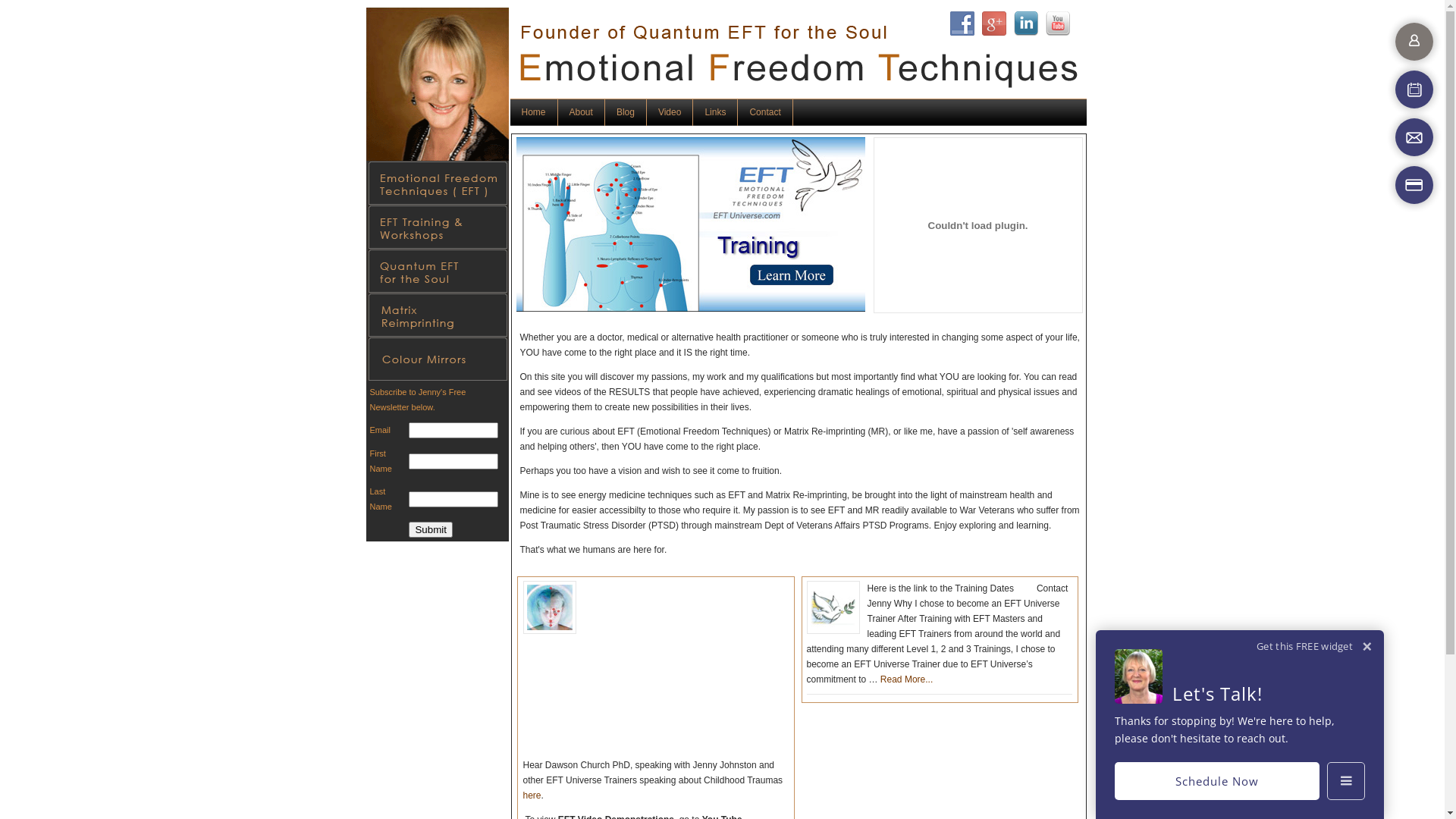 This screenshot has height=819, width=1456. I want to click on 'here', so click(532, 795).